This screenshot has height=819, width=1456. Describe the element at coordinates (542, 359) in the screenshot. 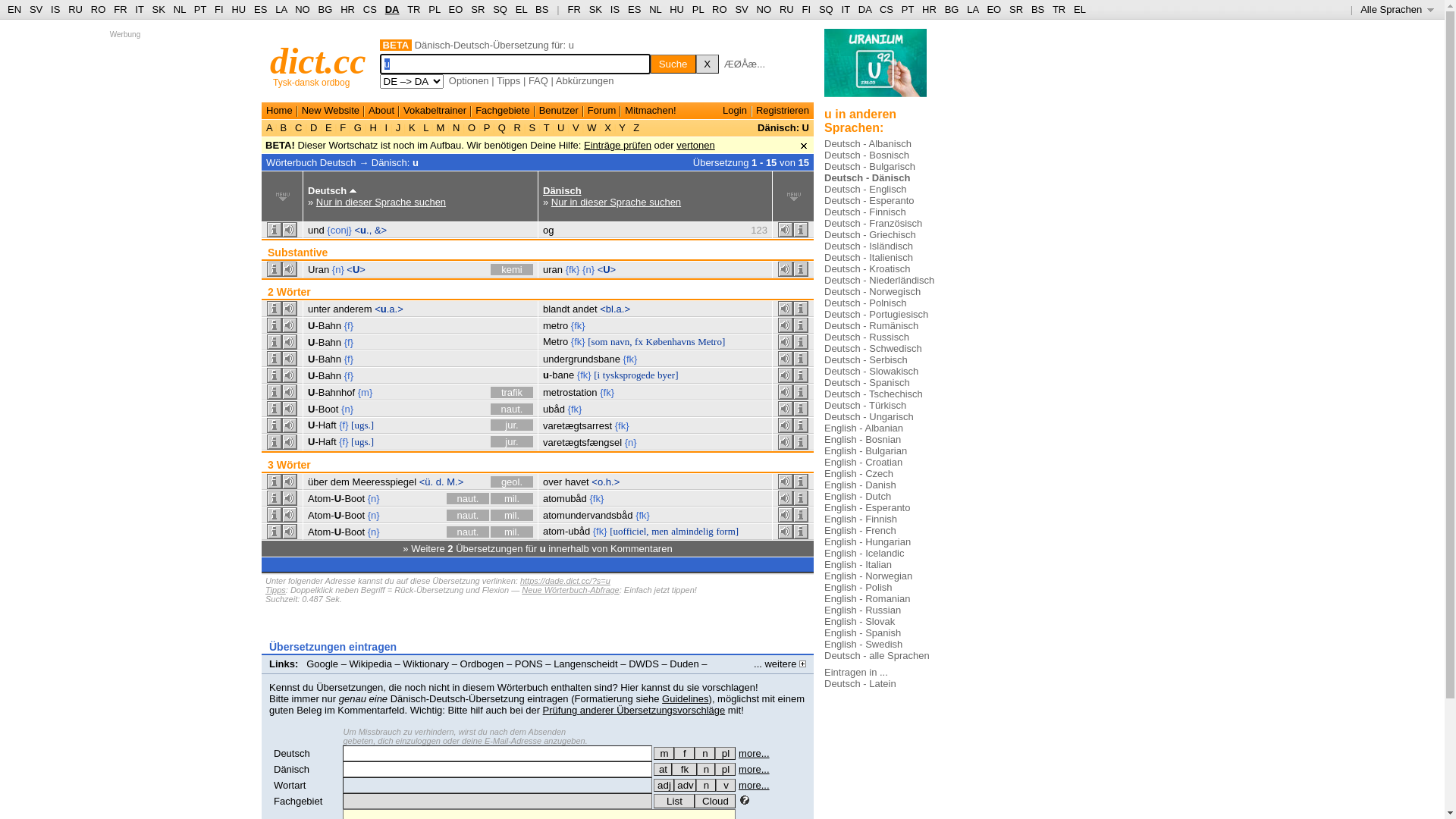

I see `'undergrundsbane'` at that location.